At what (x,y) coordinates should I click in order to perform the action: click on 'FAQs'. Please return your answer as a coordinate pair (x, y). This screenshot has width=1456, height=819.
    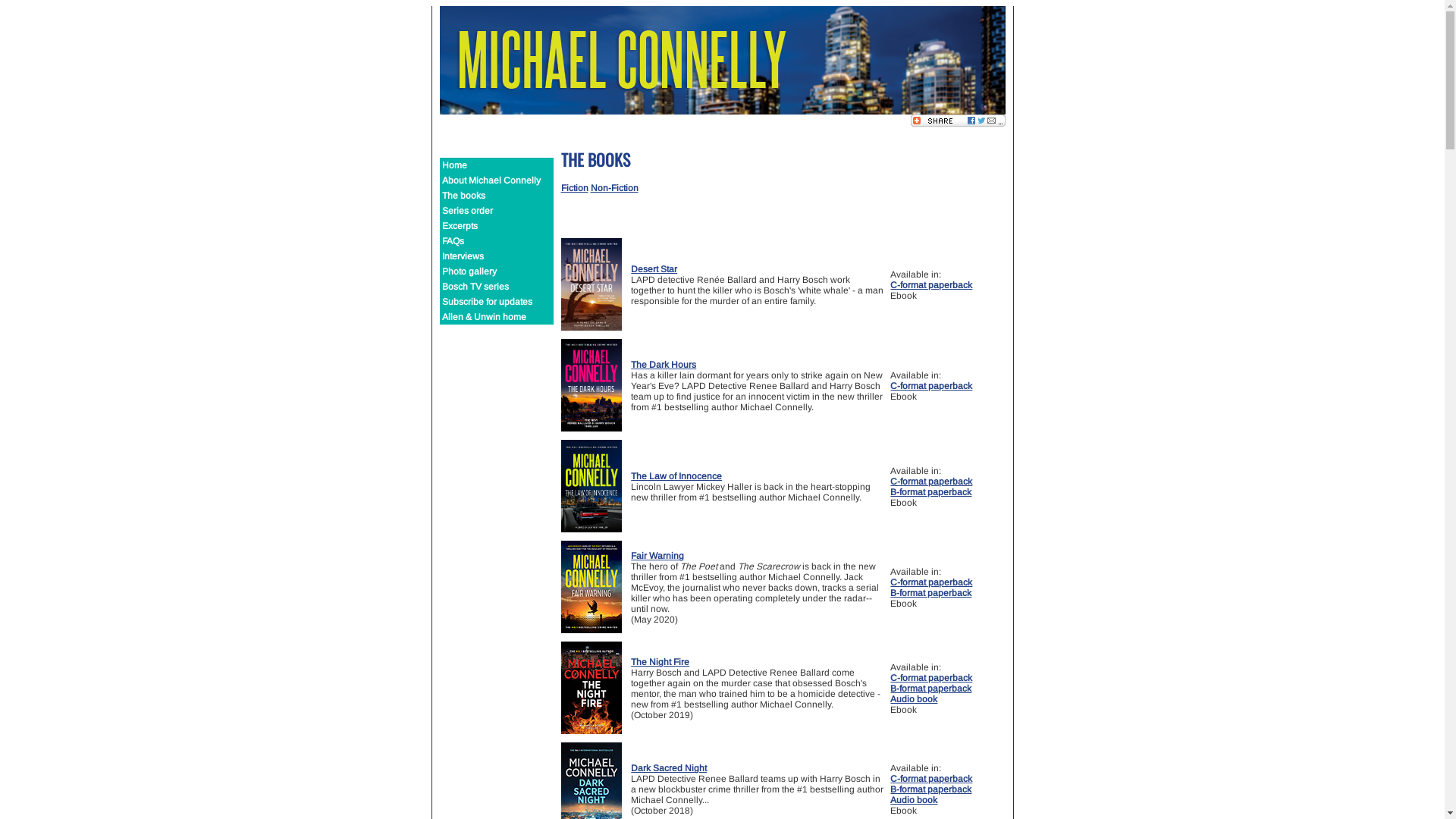
    Looking at the image, I should click on (439, 240).